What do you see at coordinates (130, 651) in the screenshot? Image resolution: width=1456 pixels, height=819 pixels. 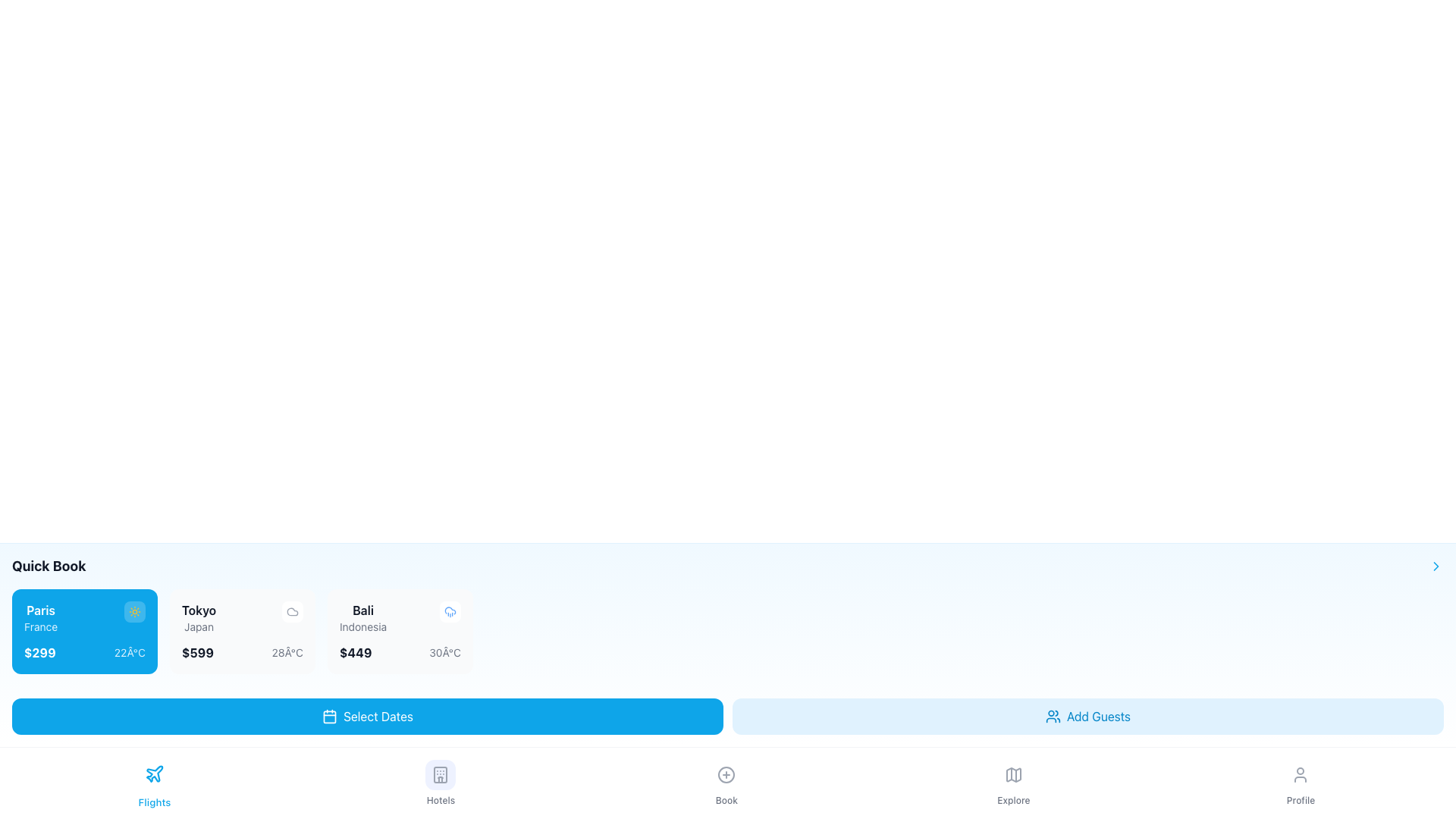 I see `the text display showing '22°C' in light blue font color within the city card for 'Paris, France'` at bounding box center [130, 651].